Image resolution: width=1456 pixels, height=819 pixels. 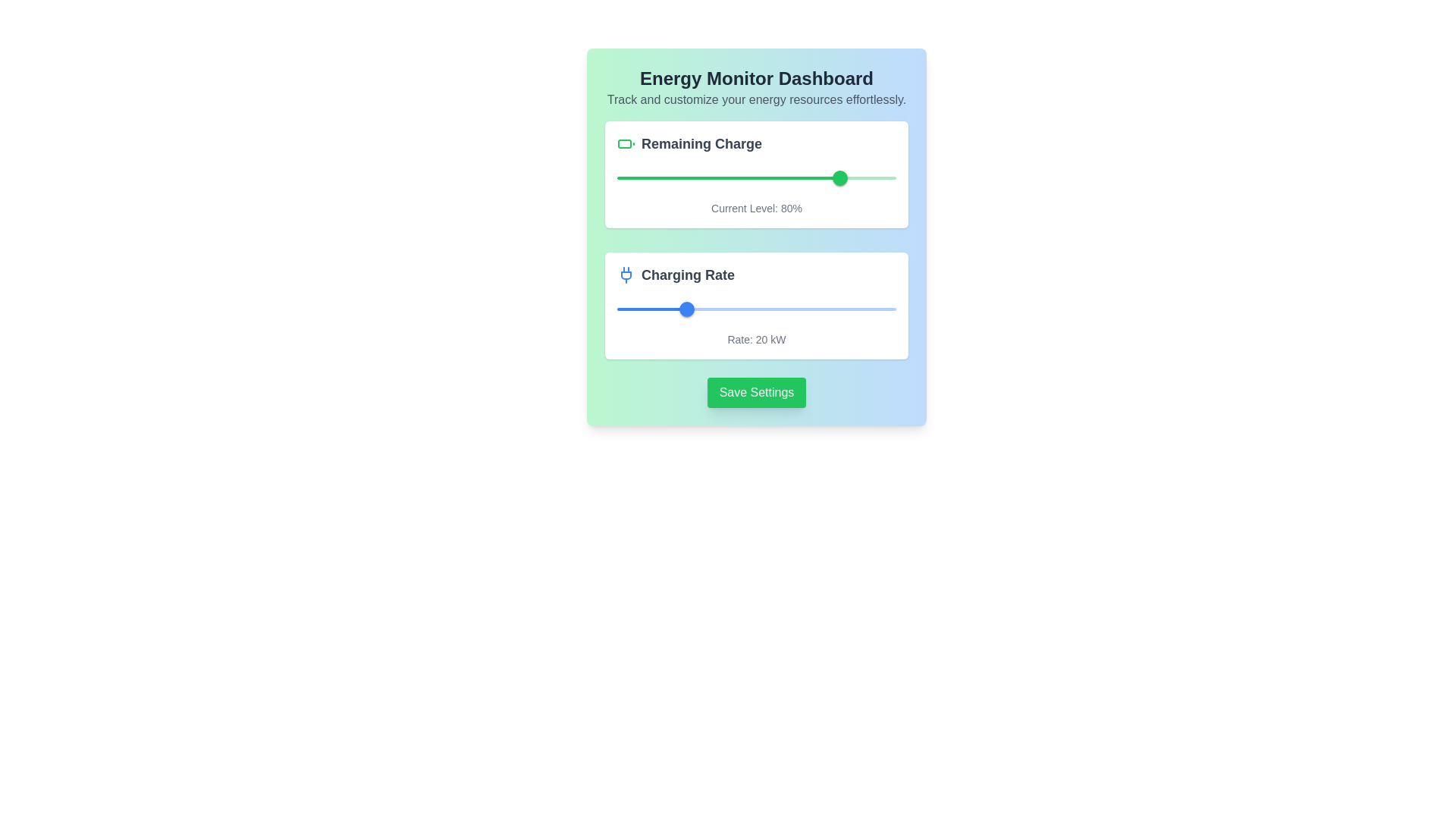 I want to click on the green battery icon with a thin outline and rounded edges, located at the top-left of the 'Remaining Charge' section, preceding the text title 'Remaining Charge', so click(x=626, y=143).